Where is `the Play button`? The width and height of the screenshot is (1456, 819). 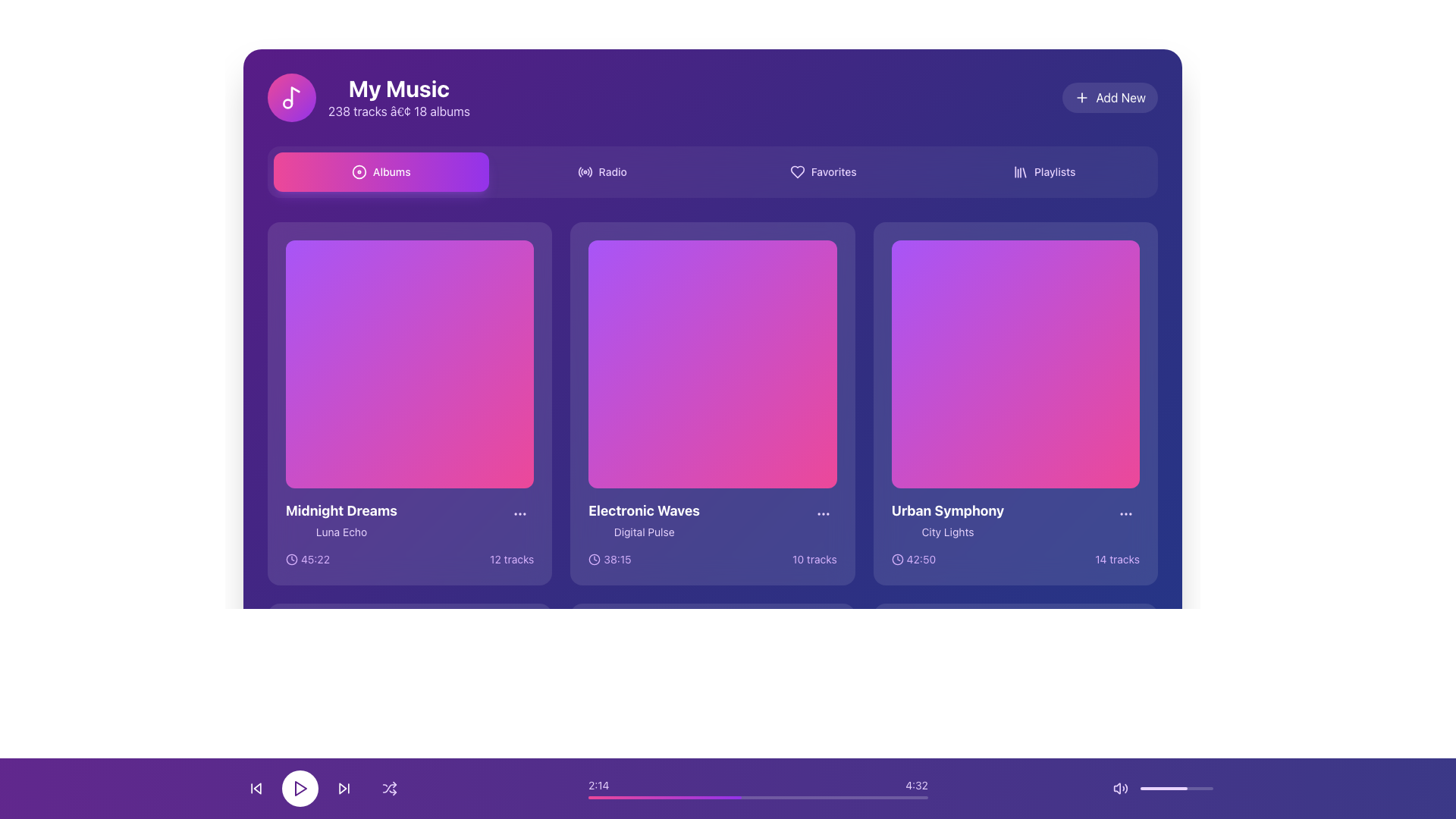 the Play button is located at coordinates (409, 745).